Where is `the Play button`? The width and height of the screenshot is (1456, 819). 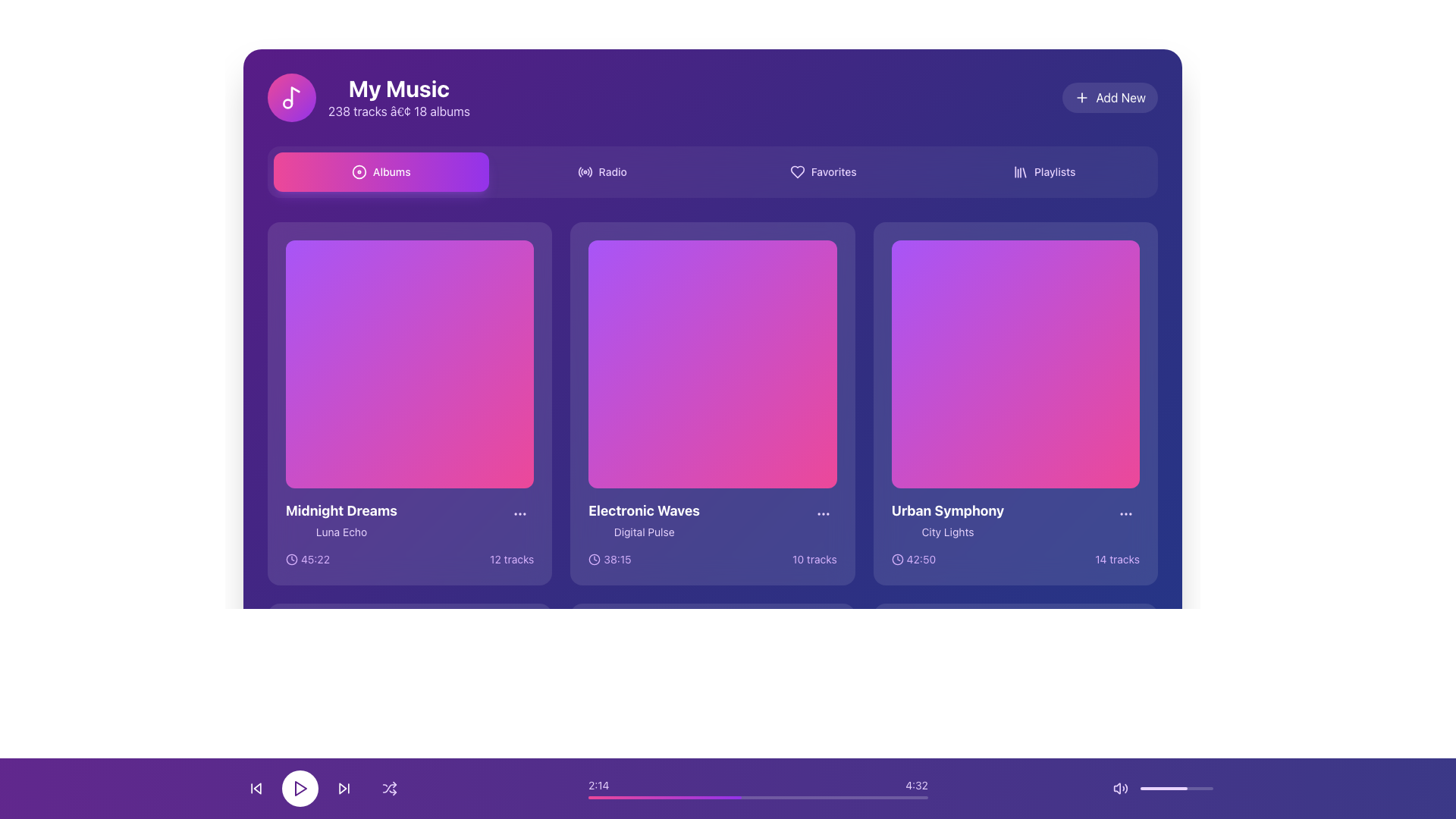 the Play button is located at coordinates (409, 745).